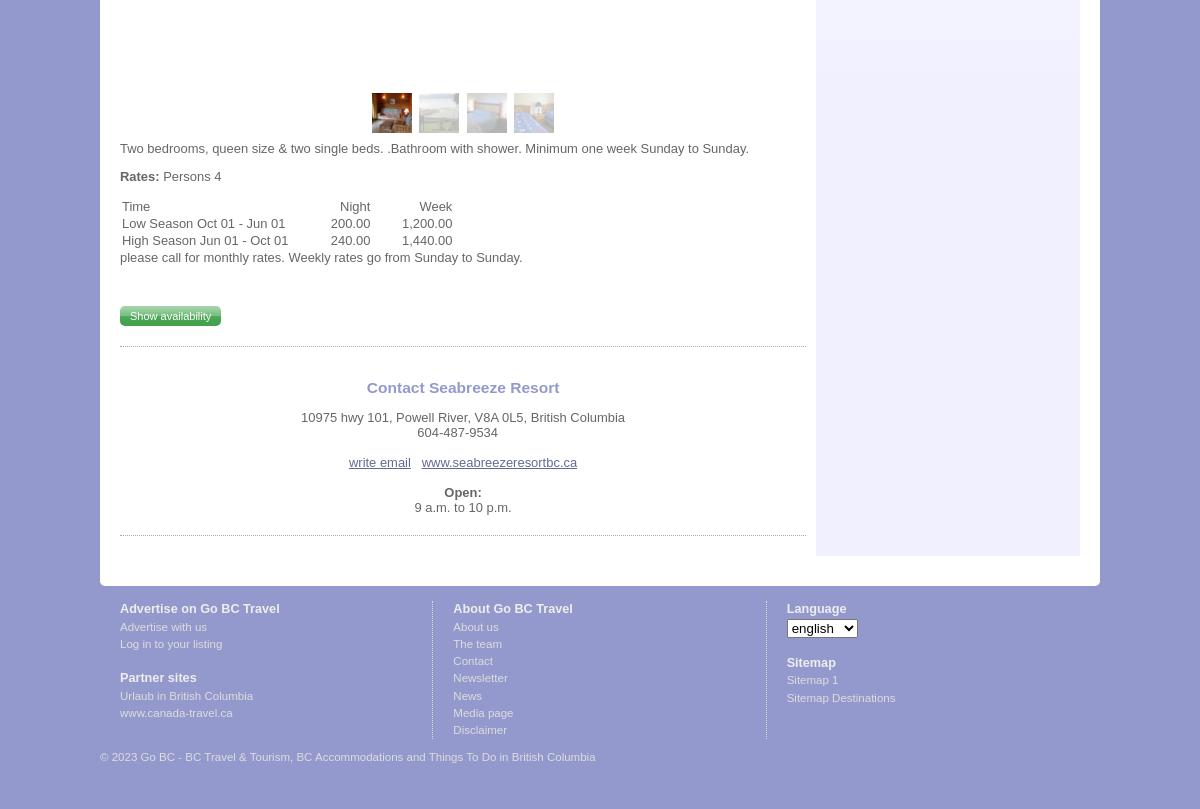 This screenshot has height=809, width=1200. What do you see at coordinates (461, 491) in the screenshot?
I see `'Open:'` at bounding box center [461, 491].